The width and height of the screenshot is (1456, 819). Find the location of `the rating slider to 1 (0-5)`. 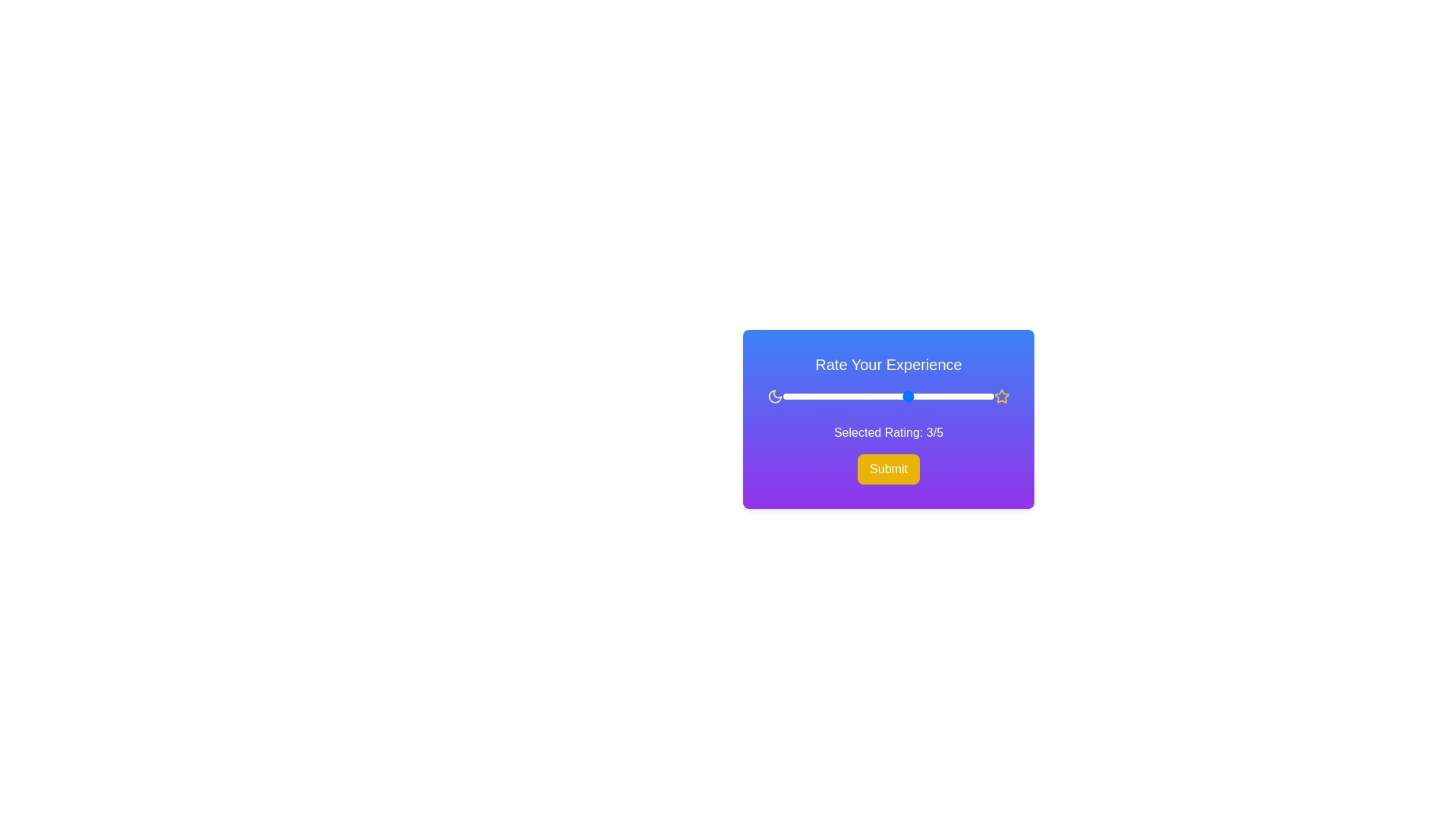

the rating slider to 1 (0-5) is located at coordinates (824, 396).